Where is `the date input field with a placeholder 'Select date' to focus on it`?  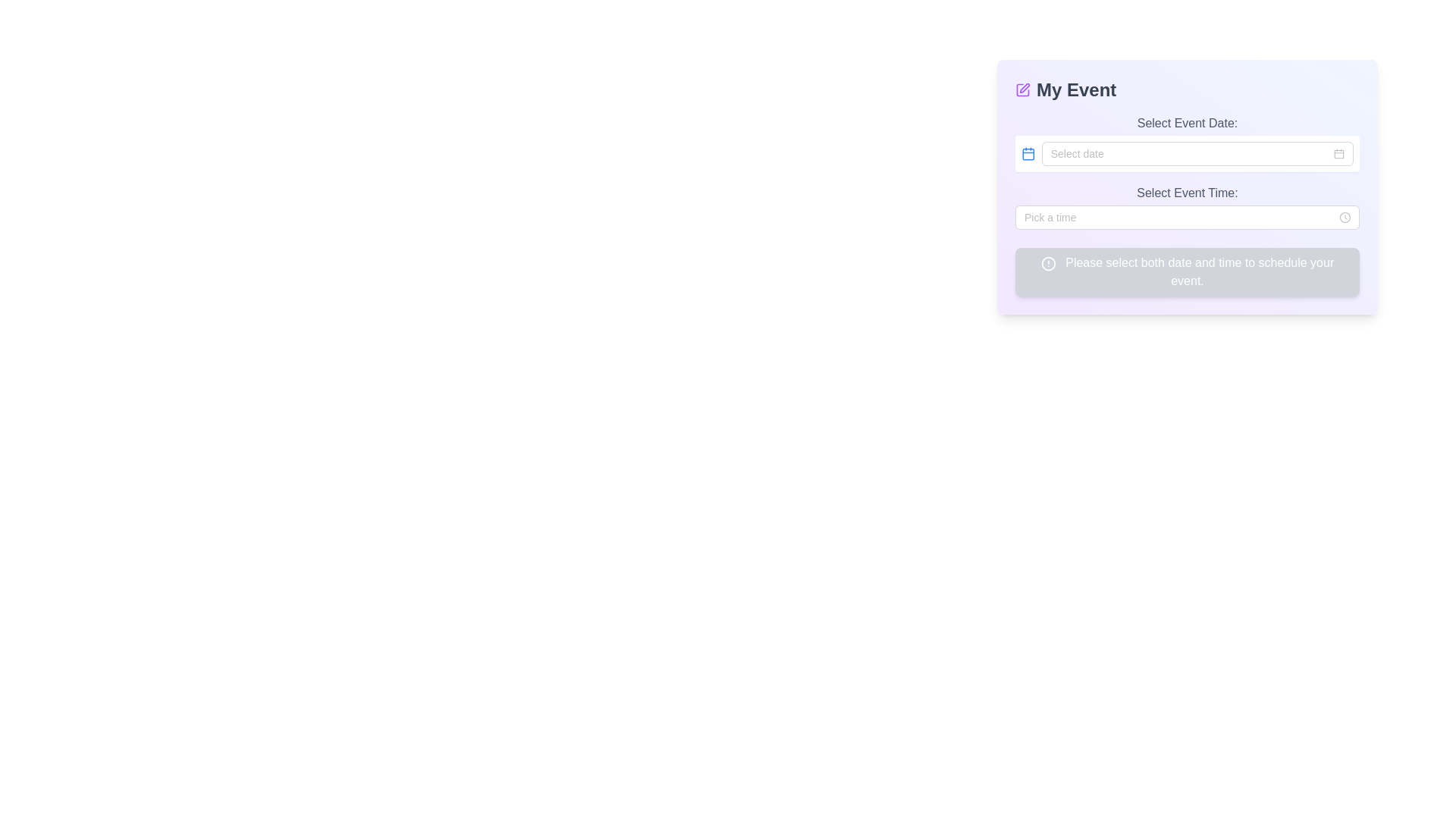 the date input field with a placeholder 'Select date' to focus on it is located at coordinates (1197, 154).